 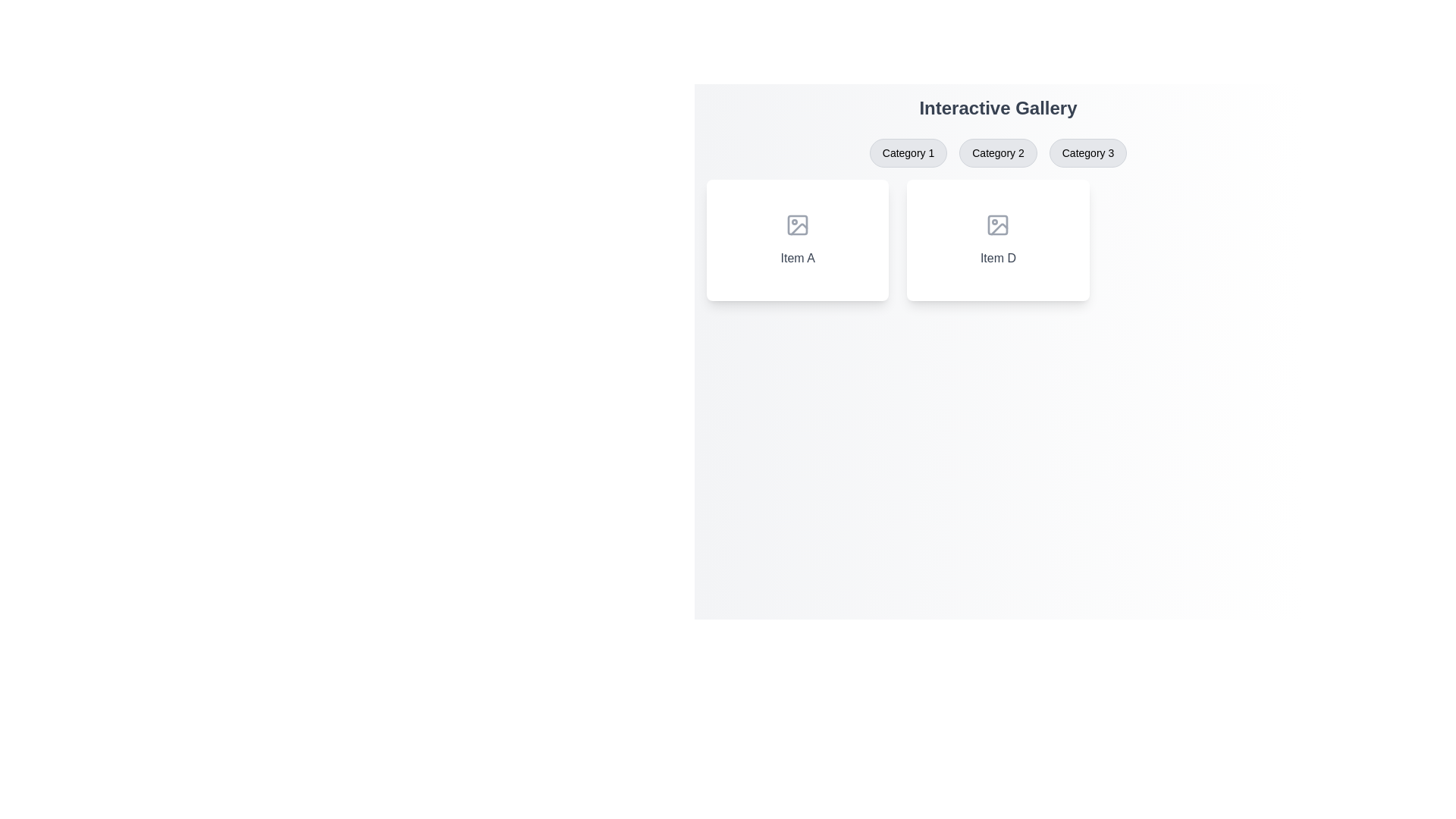 I want to click on the clickable button labeled 'Category 3' with rounded corners and a light gray background, so click(x=1087, y=152).